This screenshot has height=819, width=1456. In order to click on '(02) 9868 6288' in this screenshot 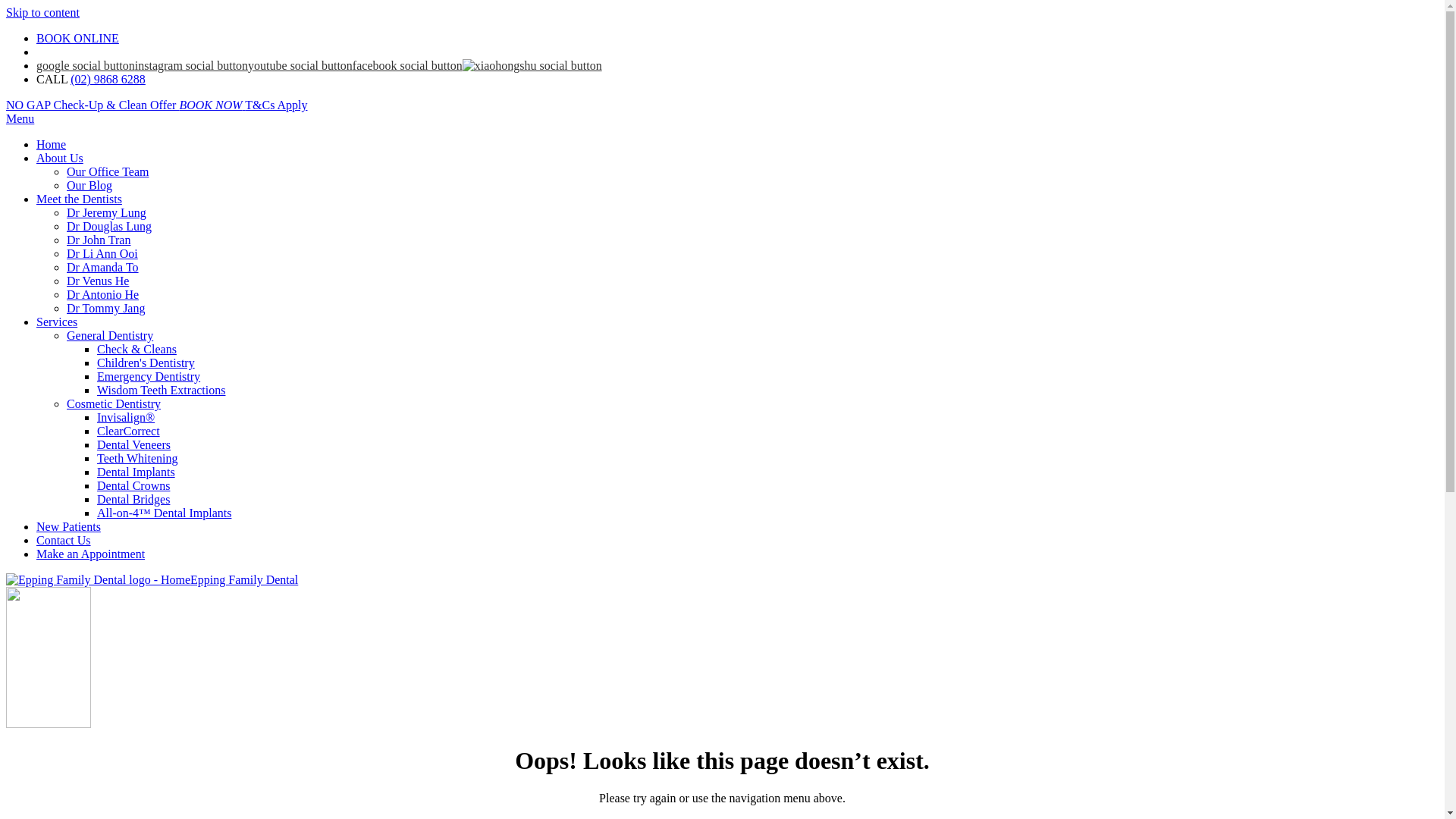, I will do `click(107, 79)`.